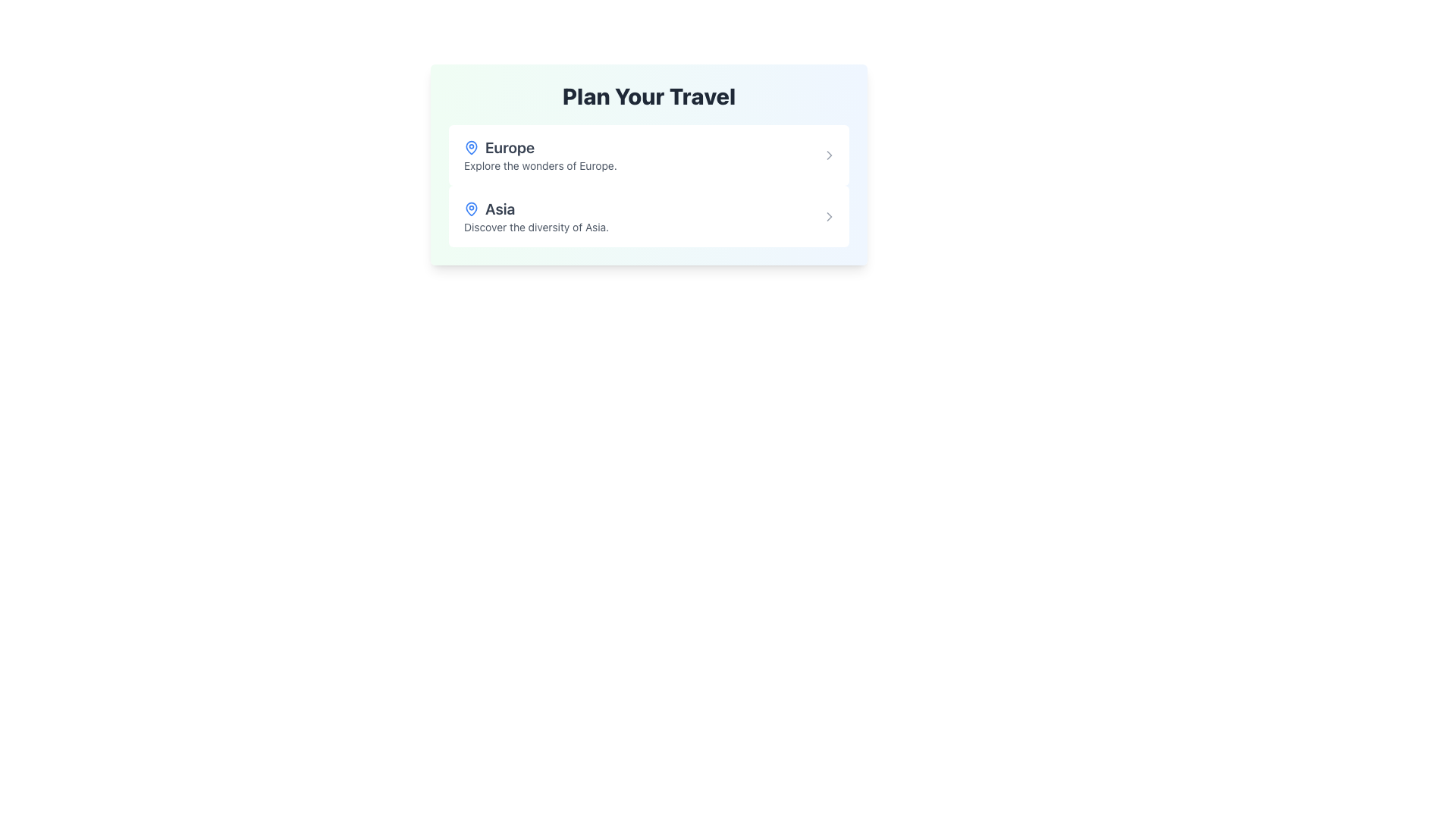  I want to click on the small right-pointing chevron arrow icon located to the right of the 'Europe' option, so click(829, 155).